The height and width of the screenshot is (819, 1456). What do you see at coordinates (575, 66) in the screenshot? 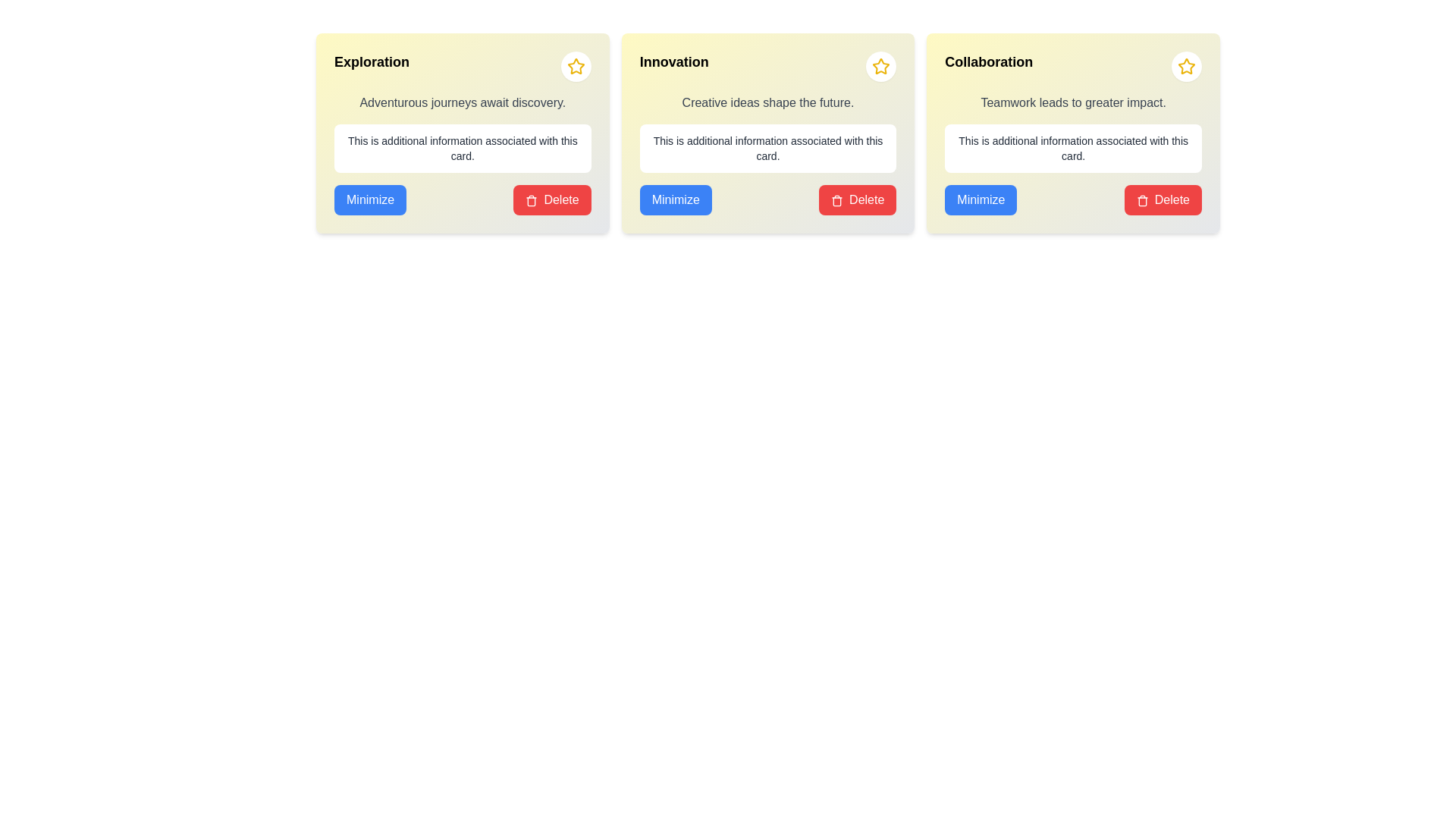
I see `the star icon located at the top-right corner of the 'Innovation' card` at bounding box center [575, 66].